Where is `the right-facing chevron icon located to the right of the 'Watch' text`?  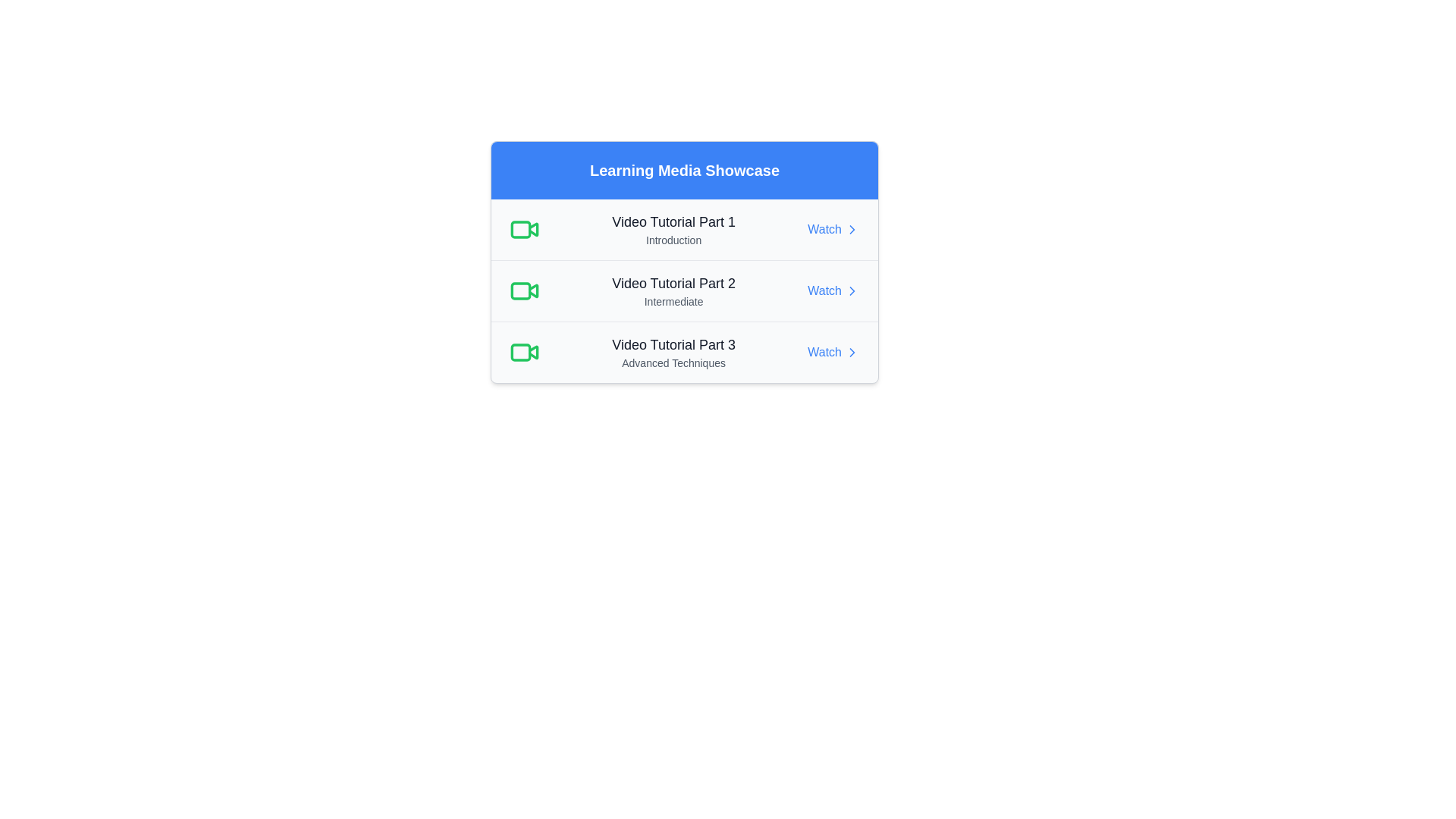 the right-facing chevron icon located to the right of the 'Watch' text is located at coordinates (852, 353).